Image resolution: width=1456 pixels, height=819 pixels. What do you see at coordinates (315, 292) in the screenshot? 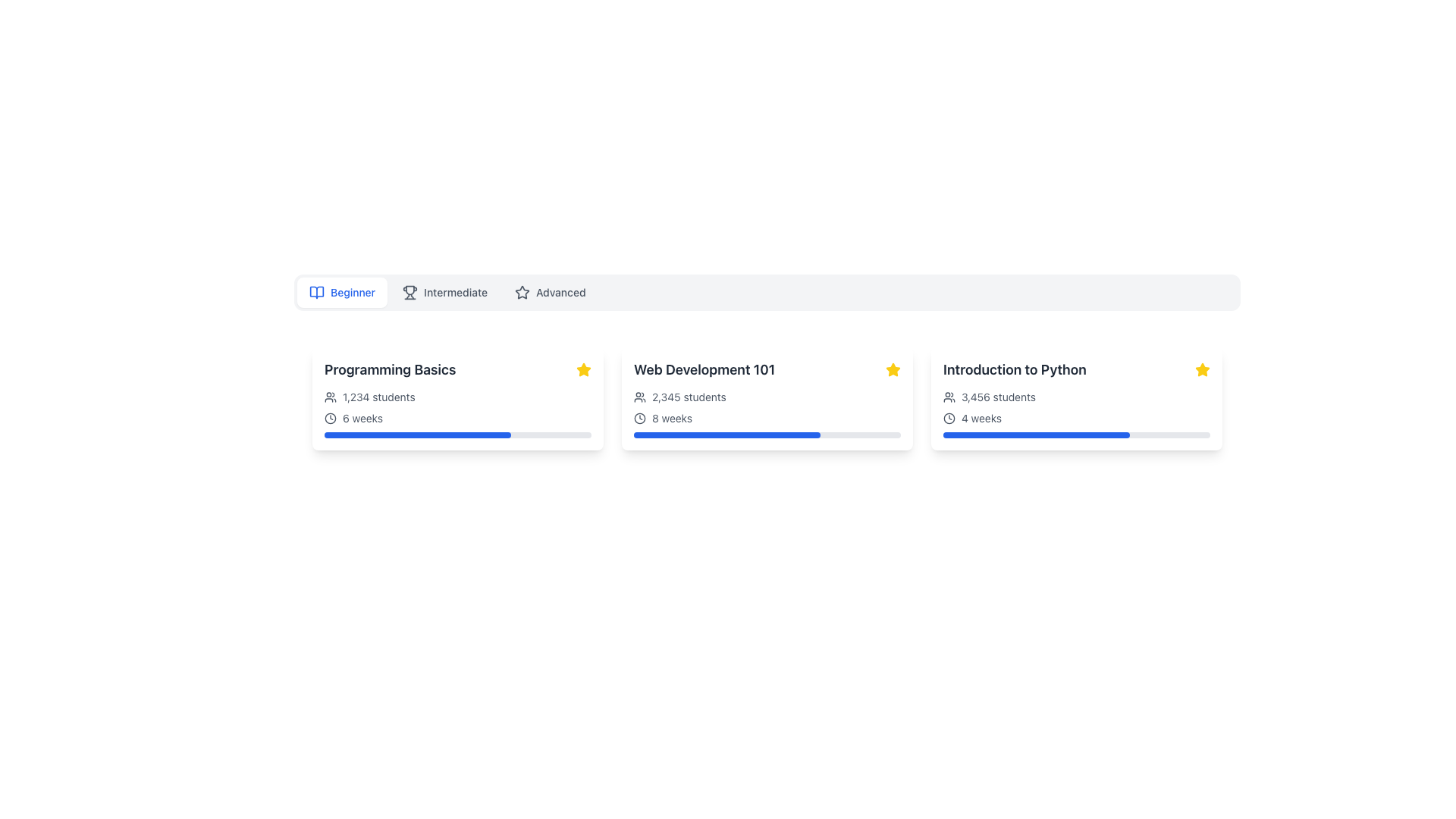
I see `the 'Beginner' category icon located at the beginning of the tab-style navigation bar, positioned directly before the 'Beginner' text` at bounding box center [315, 292].